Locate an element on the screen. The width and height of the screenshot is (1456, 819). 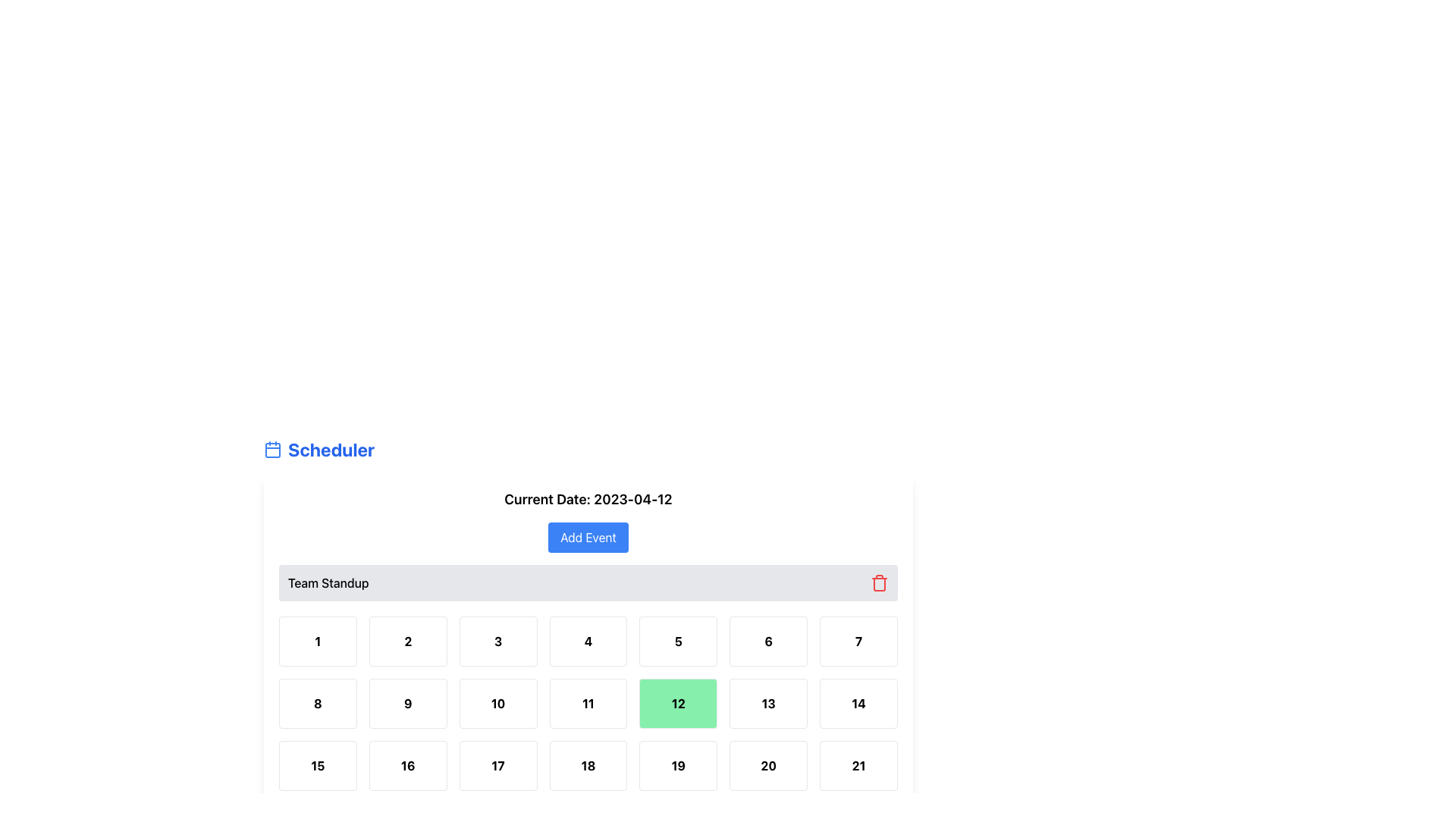
the non-interactive visual display component representing the calendar date cell located in the second row and fourth column of the grid layout, which follows the number '10' and precedes the number '12' is located at coordinates (588, 704).